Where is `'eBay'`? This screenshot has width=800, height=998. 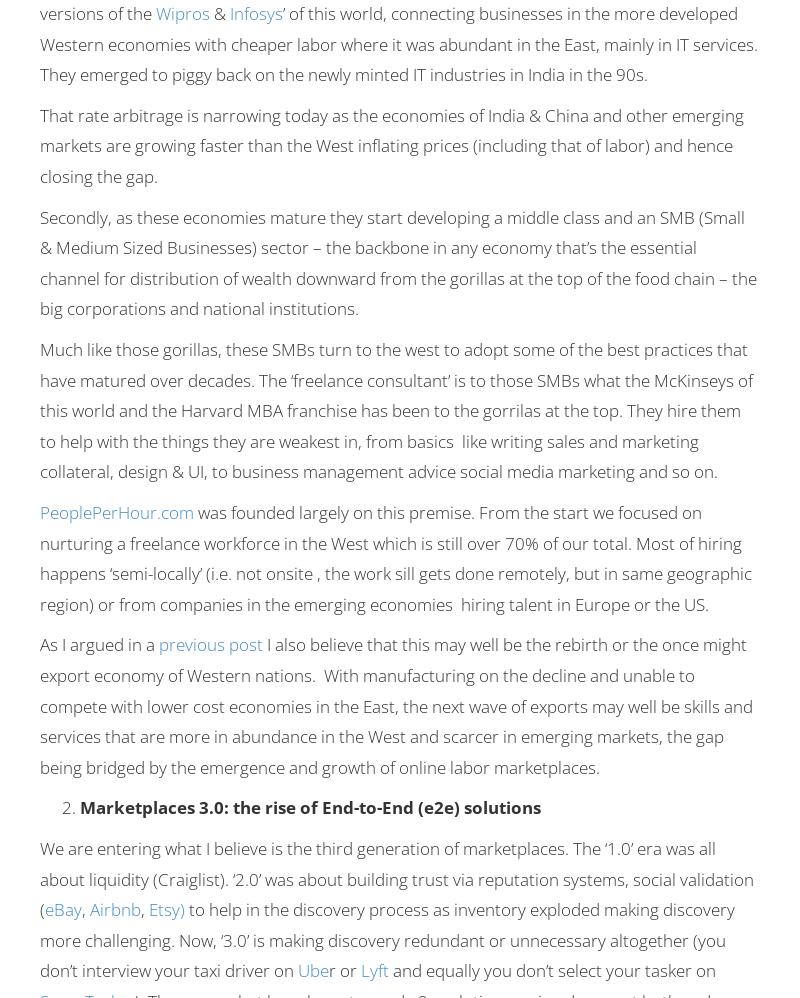
'eBay' is located at coordinates (62, 909).